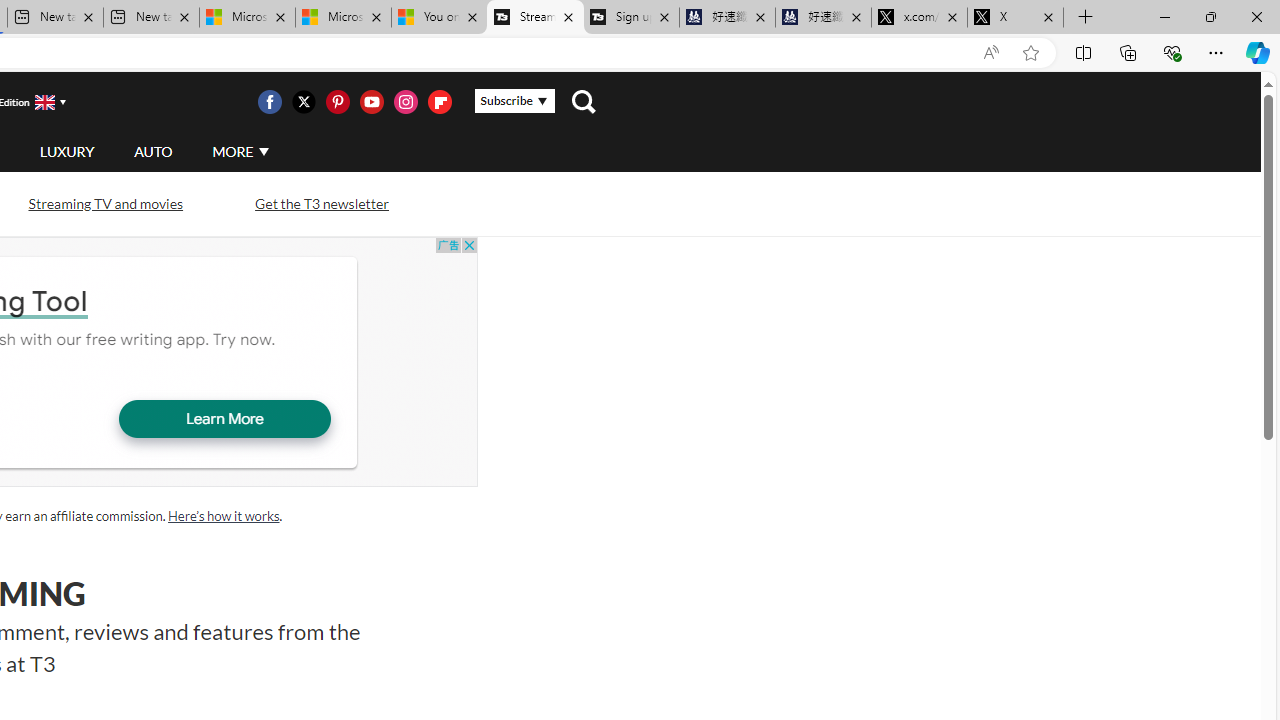 This screenshot has width=1280, height=720. I want to click on 'Class: svg-arrow-down', so click(263, 150).